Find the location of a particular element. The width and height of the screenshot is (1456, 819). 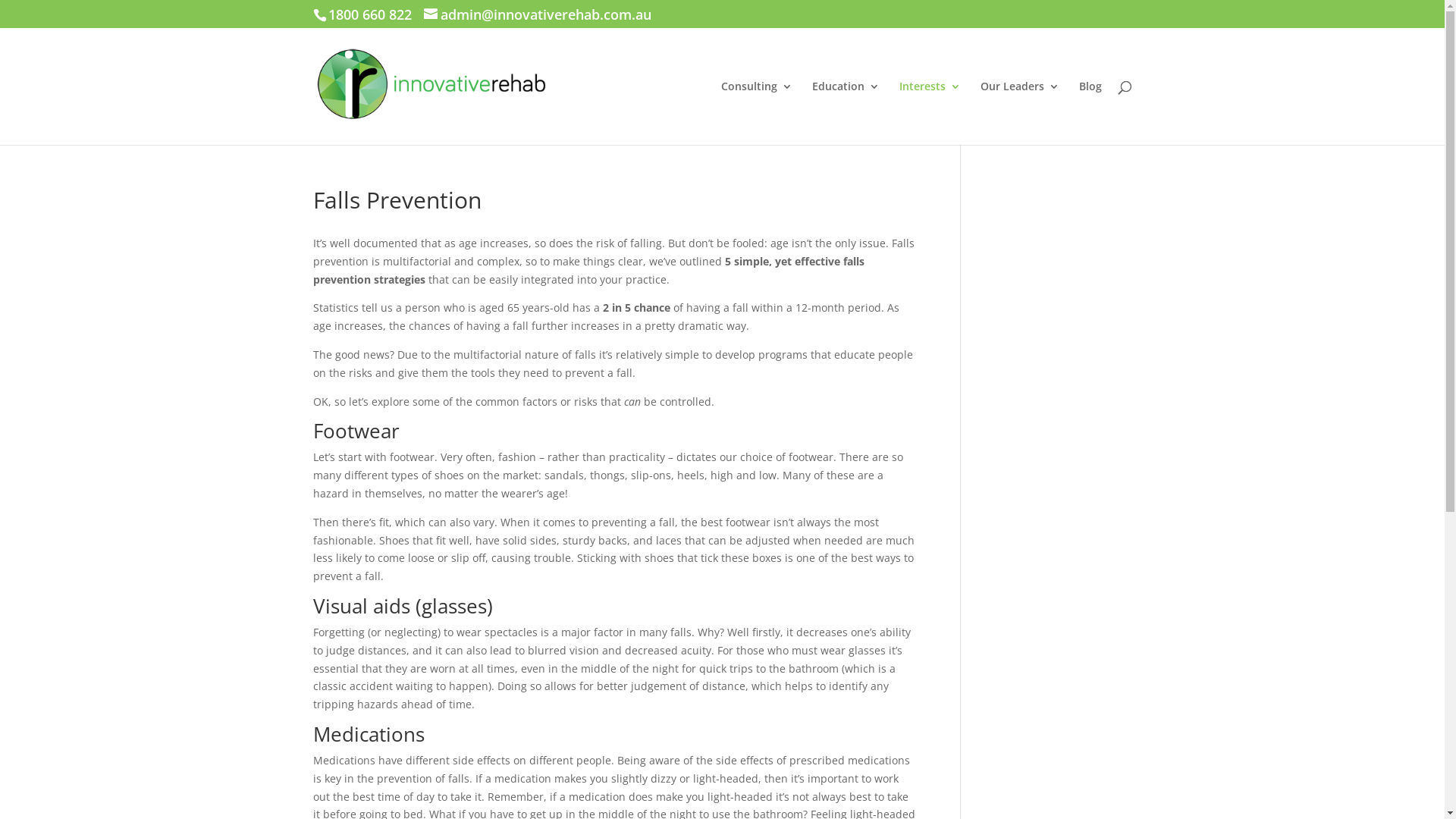

'Blog' is located at coordinates (1088, 112).